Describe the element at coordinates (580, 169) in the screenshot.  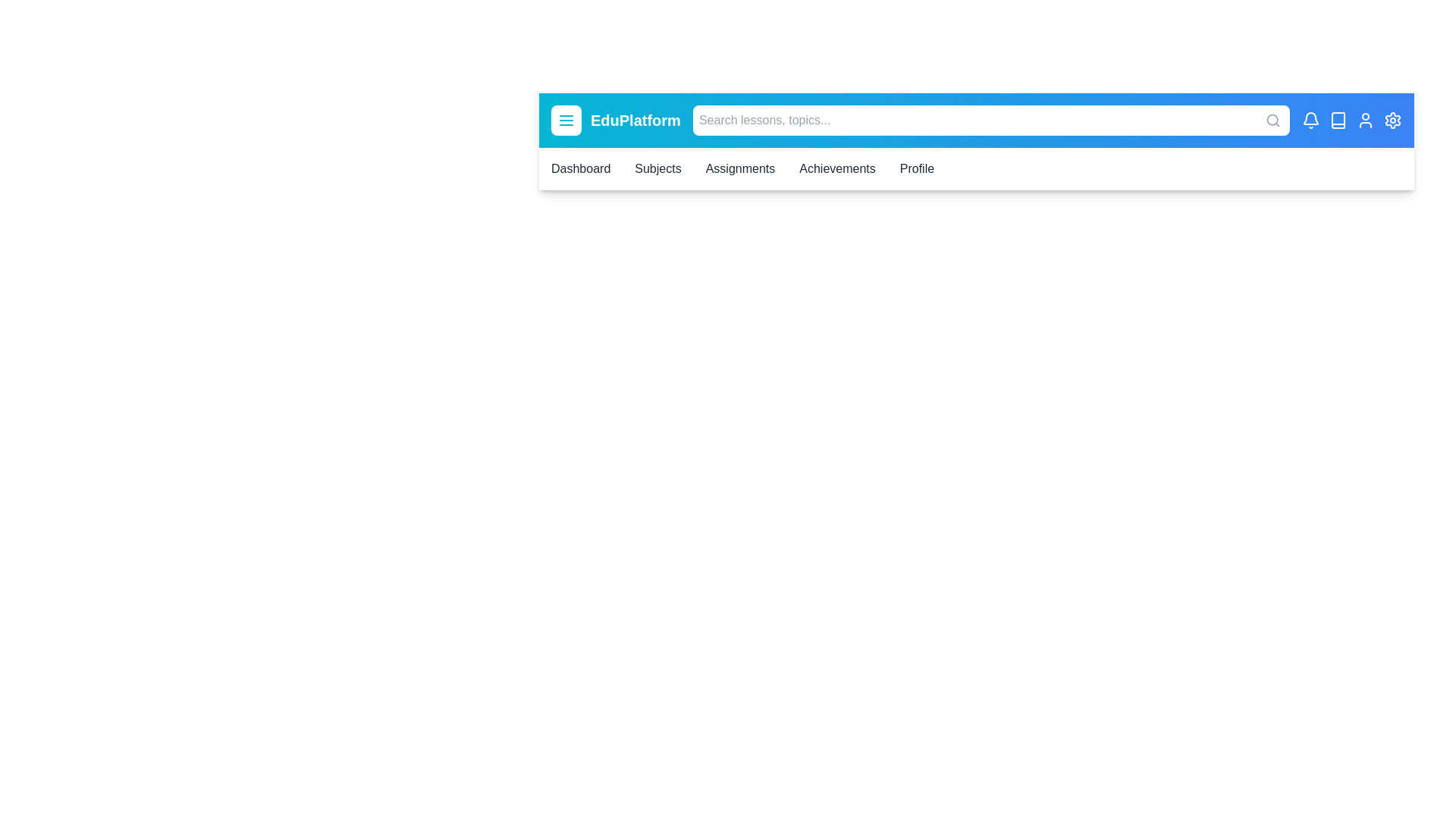
I see `the Dashboard link in the navigation bar to navigate to the corresponding section` at that location.